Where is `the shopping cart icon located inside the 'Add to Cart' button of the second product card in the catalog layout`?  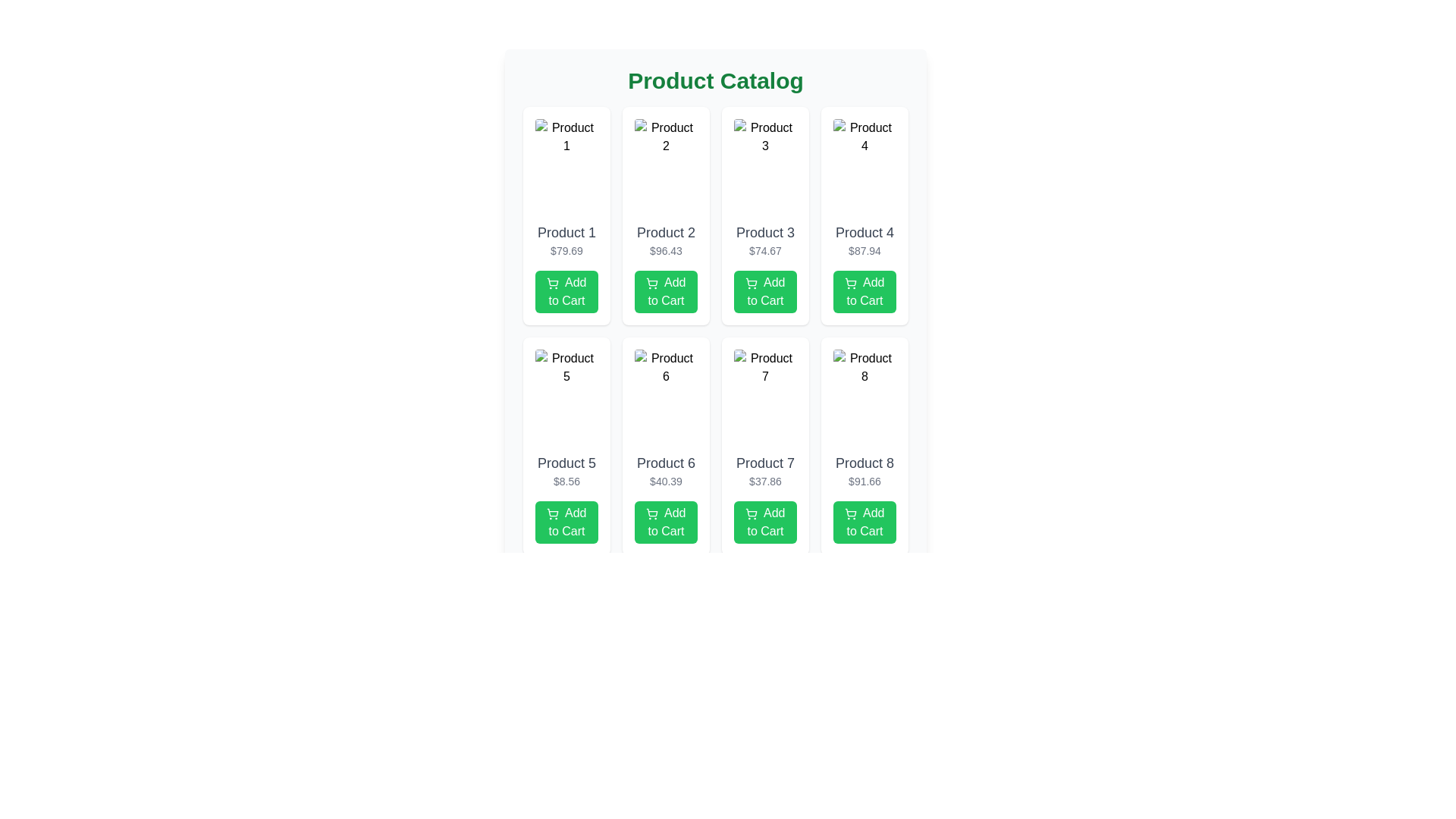 the shopping cart icon located inside the 'Add to Cart' button of the second product card in the catalog layout is located at coordinates (652, 281).